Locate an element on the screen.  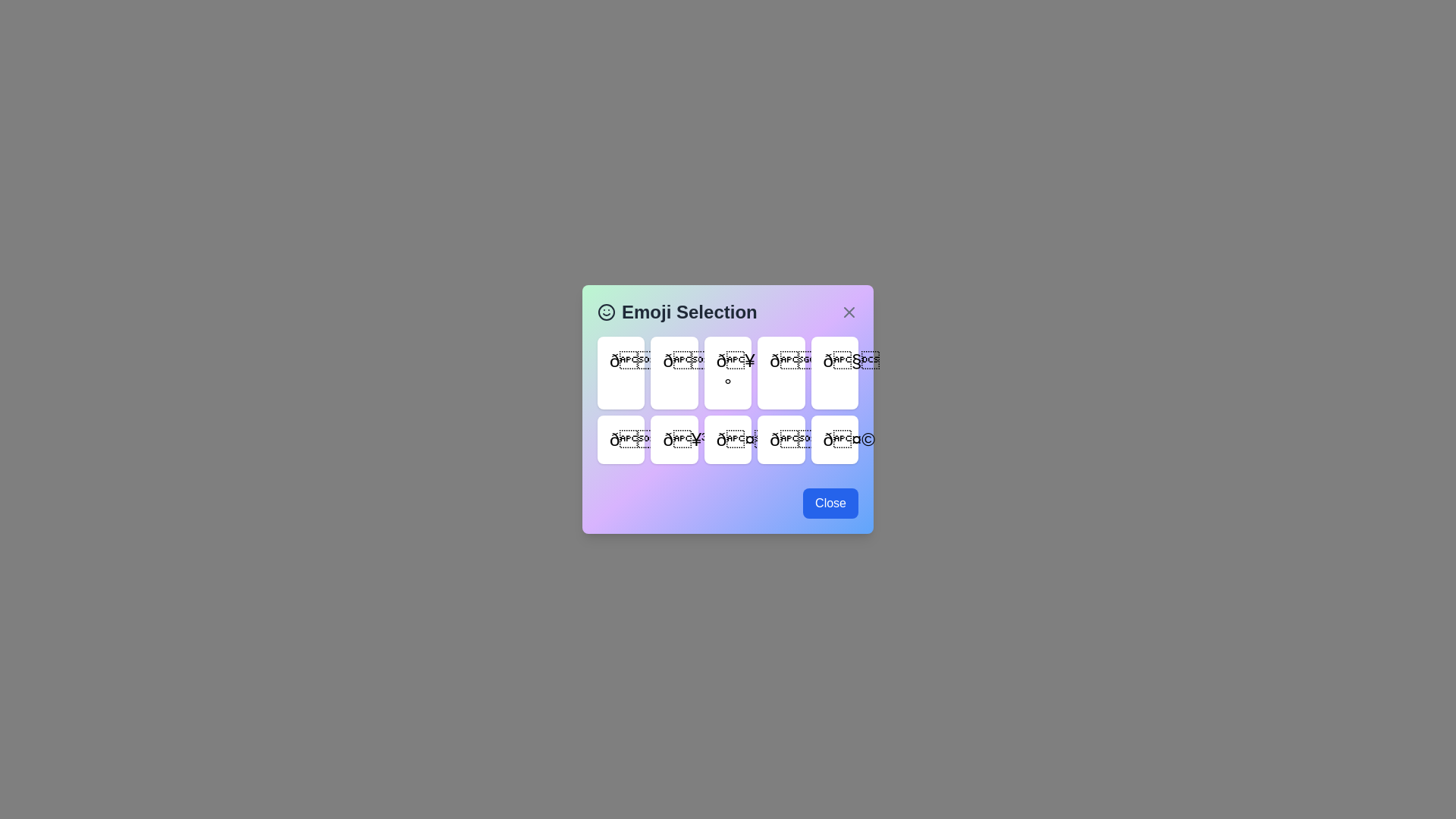
the 'X' button in the top-right corner of the dialog to close it is located at coordinates (848, 312).